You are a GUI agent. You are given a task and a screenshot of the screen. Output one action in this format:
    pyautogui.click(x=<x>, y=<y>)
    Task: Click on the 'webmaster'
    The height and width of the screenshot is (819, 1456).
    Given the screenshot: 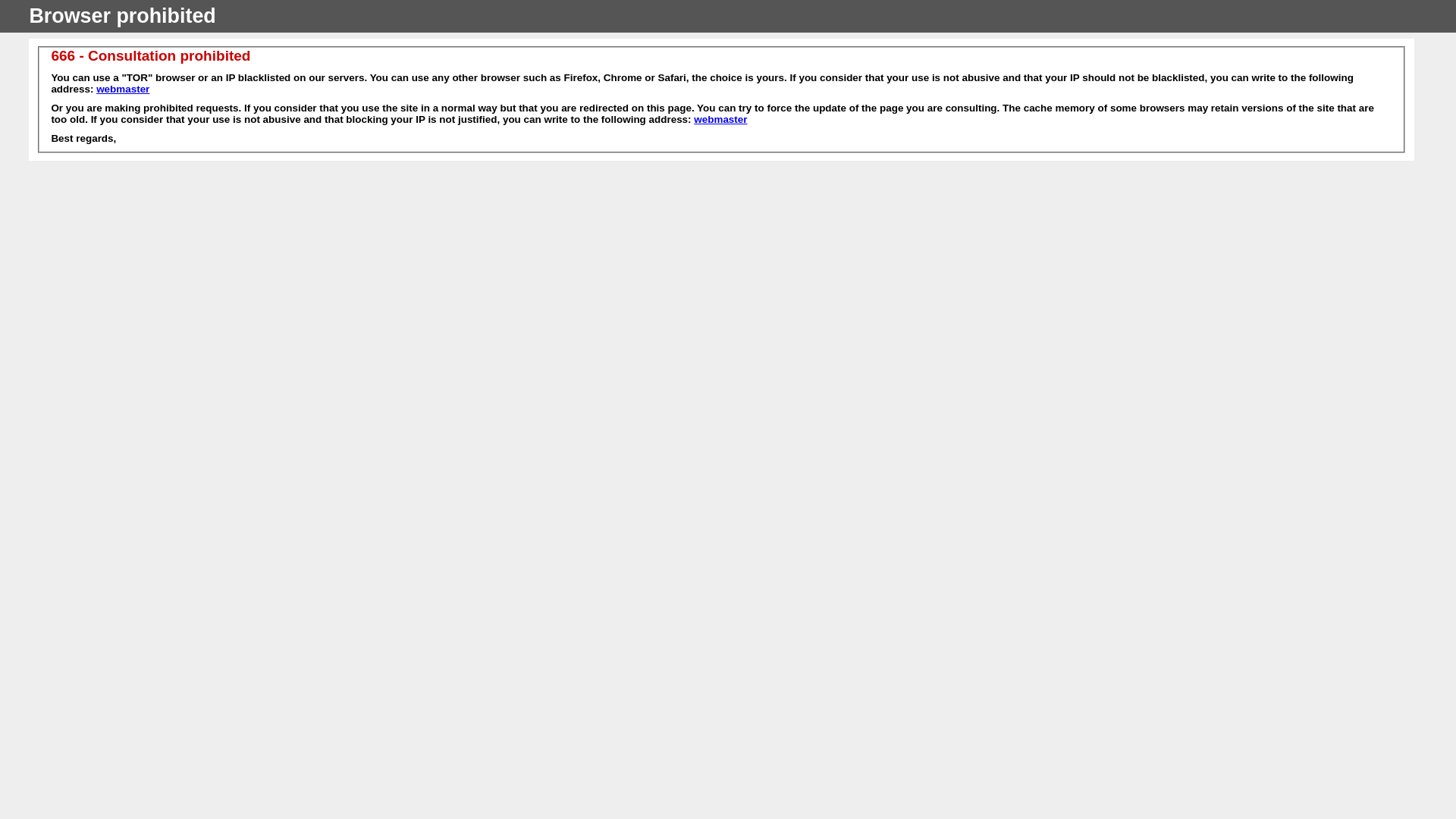 What is the action you would take?
    pyautogui.click(x=123, y=89)
    